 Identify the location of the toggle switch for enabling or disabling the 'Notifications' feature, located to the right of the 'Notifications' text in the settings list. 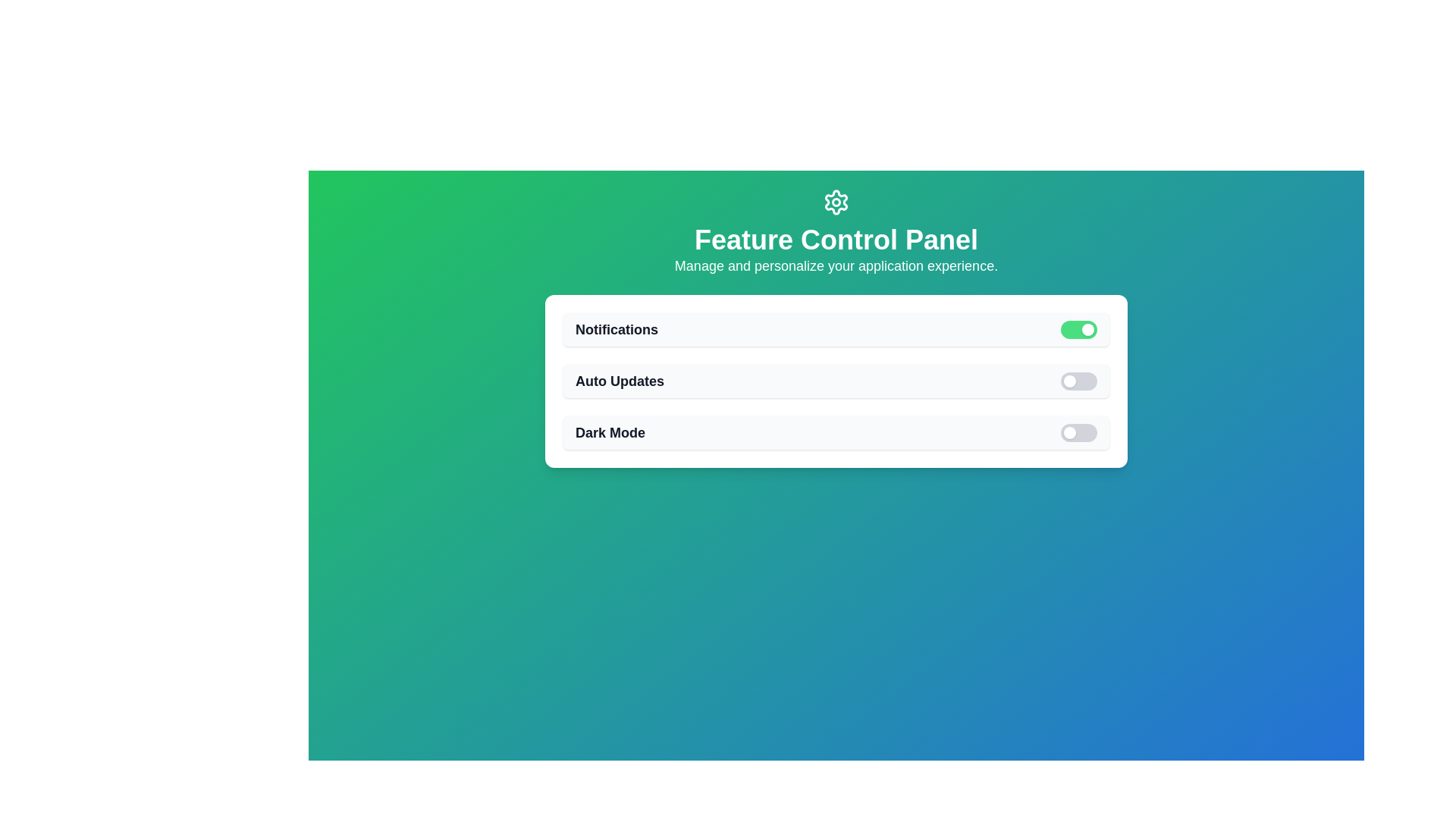
(1078, 329).